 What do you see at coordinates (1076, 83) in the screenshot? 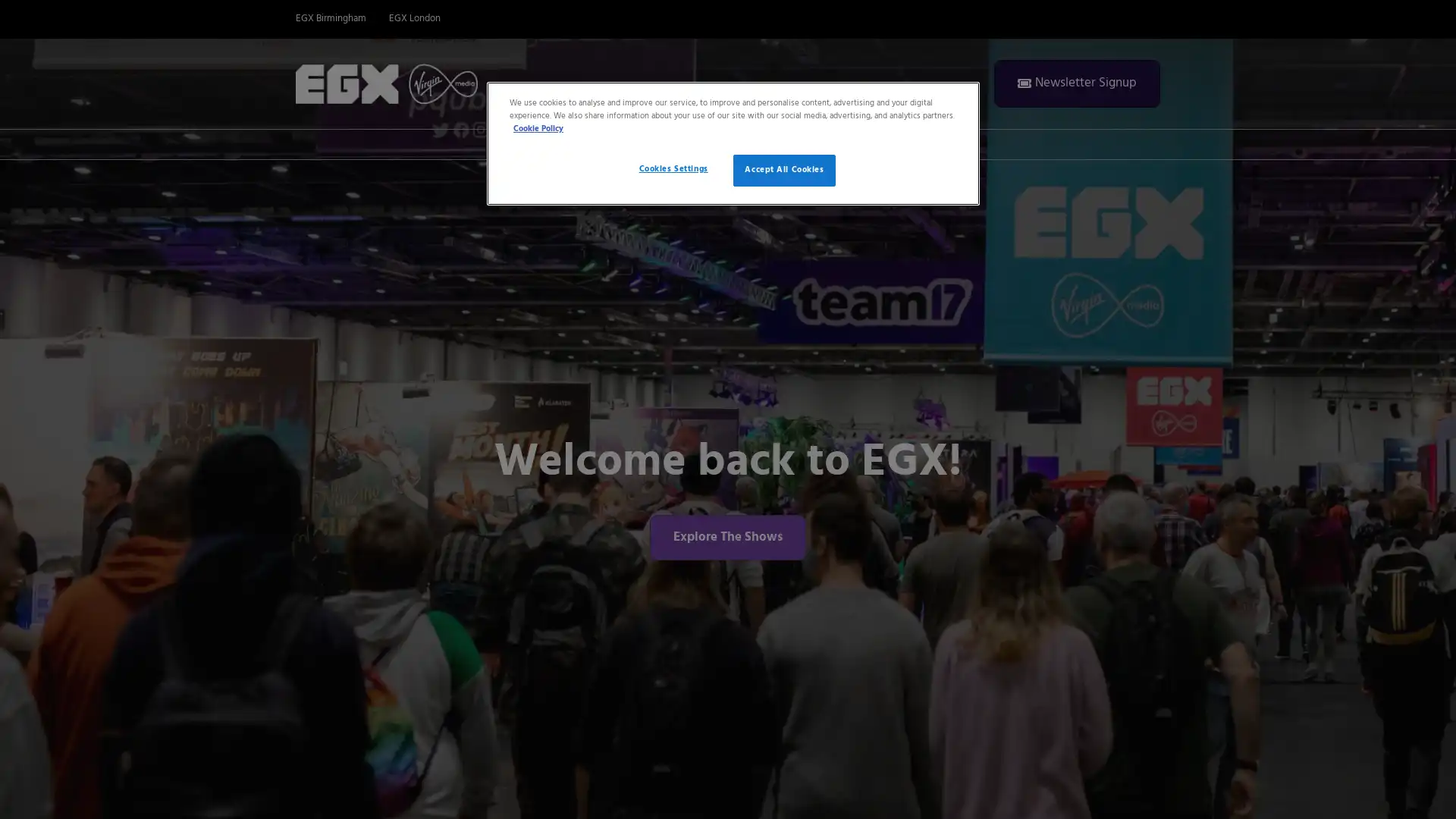
I see `Newsletter Signup` at bounding box center [1076, 83].